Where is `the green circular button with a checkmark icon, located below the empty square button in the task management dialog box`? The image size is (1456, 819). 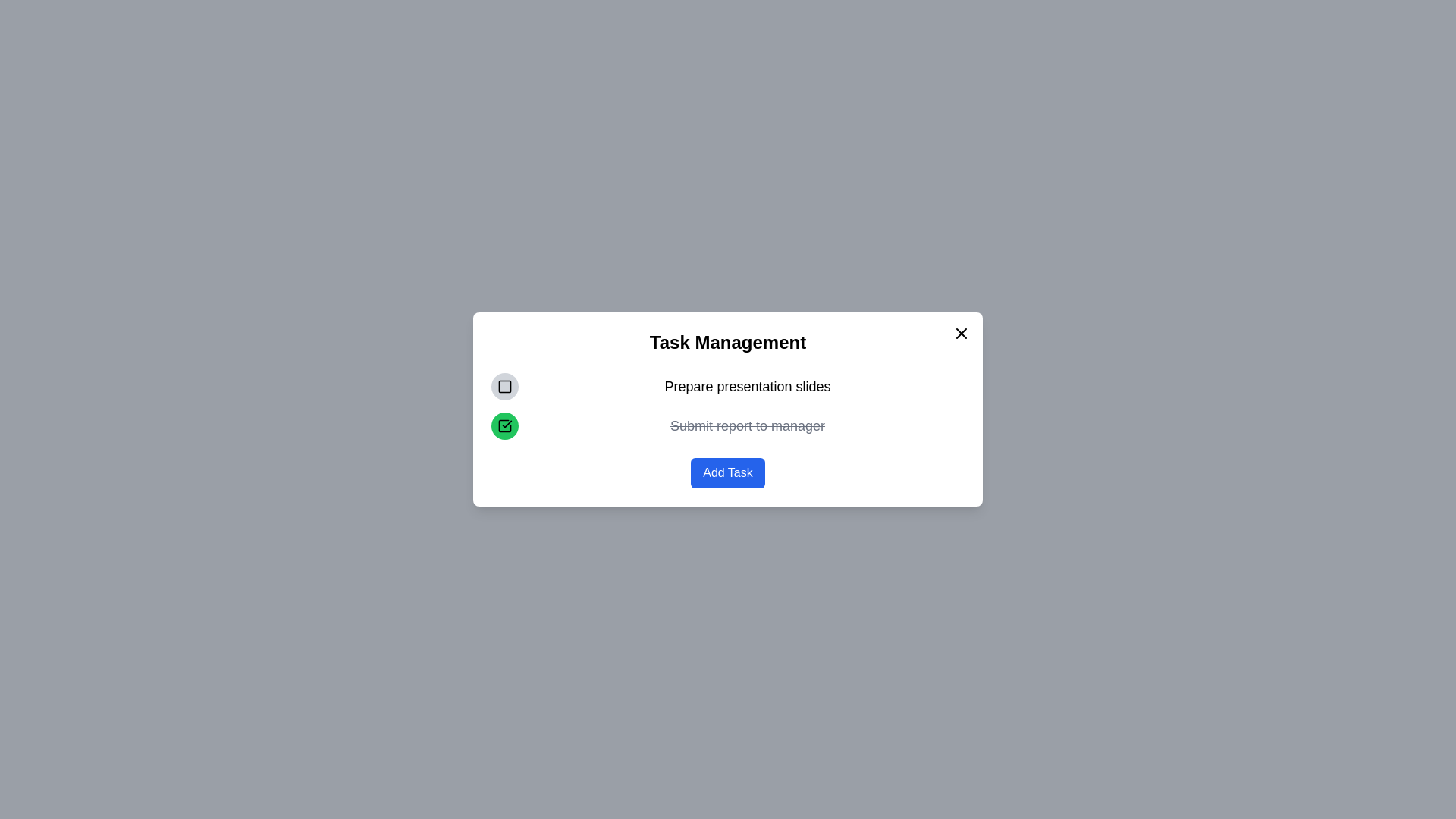
the green circular button with a checkmark icon, located below the empty square button in the task management dialog box is located at coordinates (505, 426).